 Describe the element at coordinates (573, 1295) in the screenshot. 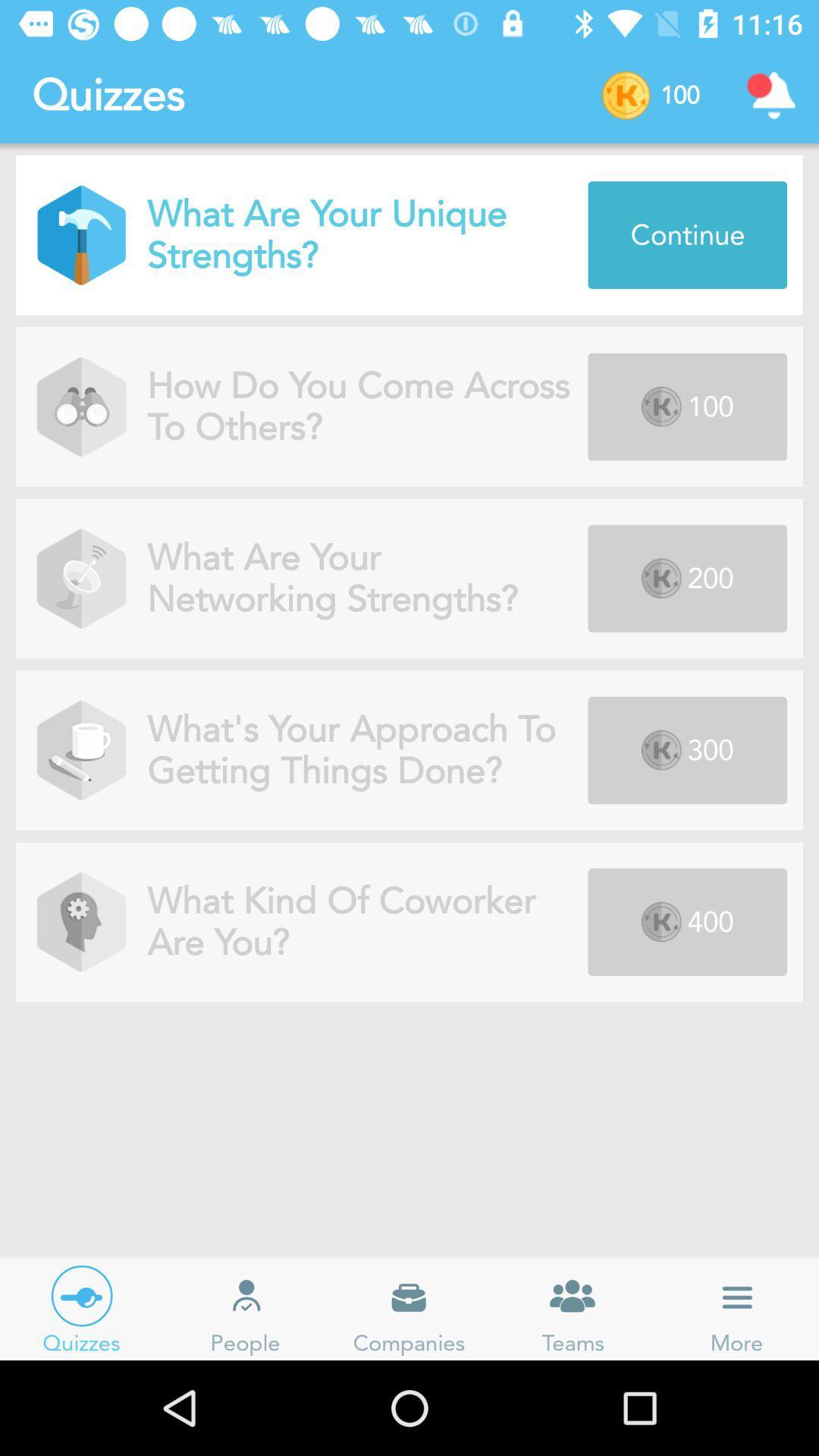

I see `the icon above teams on the bottom of the page` at that location.